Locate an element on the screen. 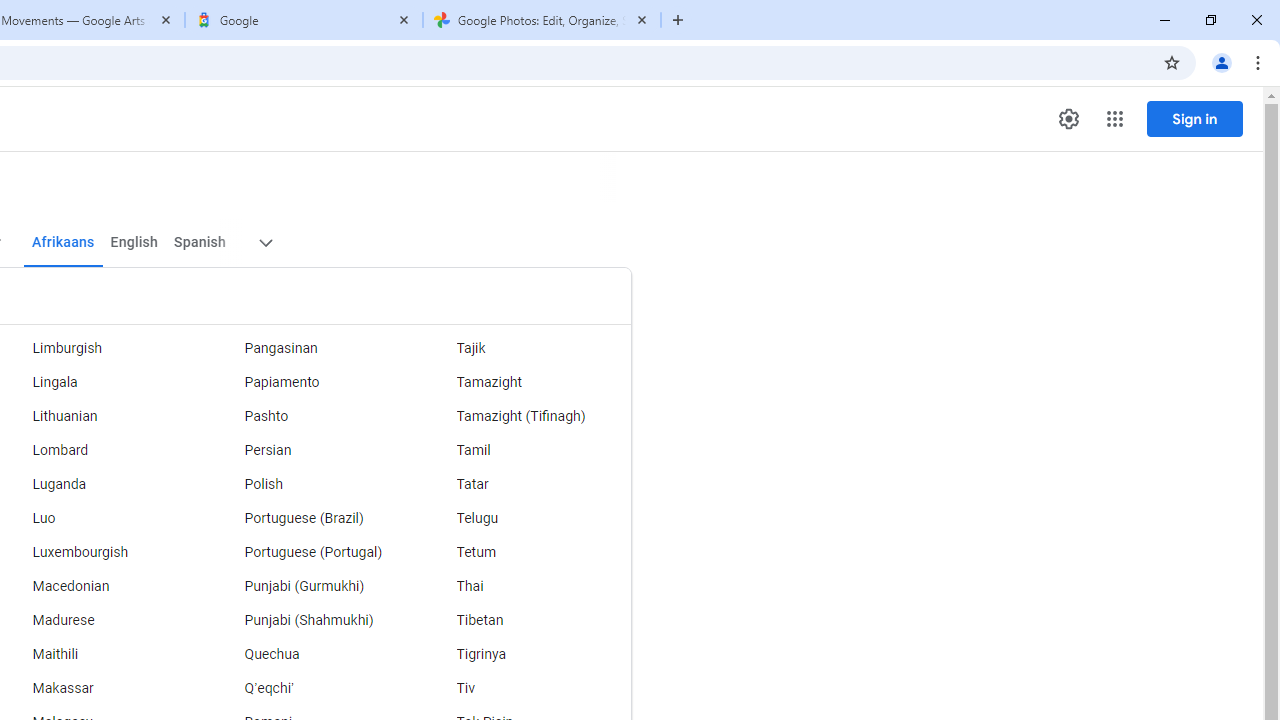  'Thai' is located at coordinates (525, 586).